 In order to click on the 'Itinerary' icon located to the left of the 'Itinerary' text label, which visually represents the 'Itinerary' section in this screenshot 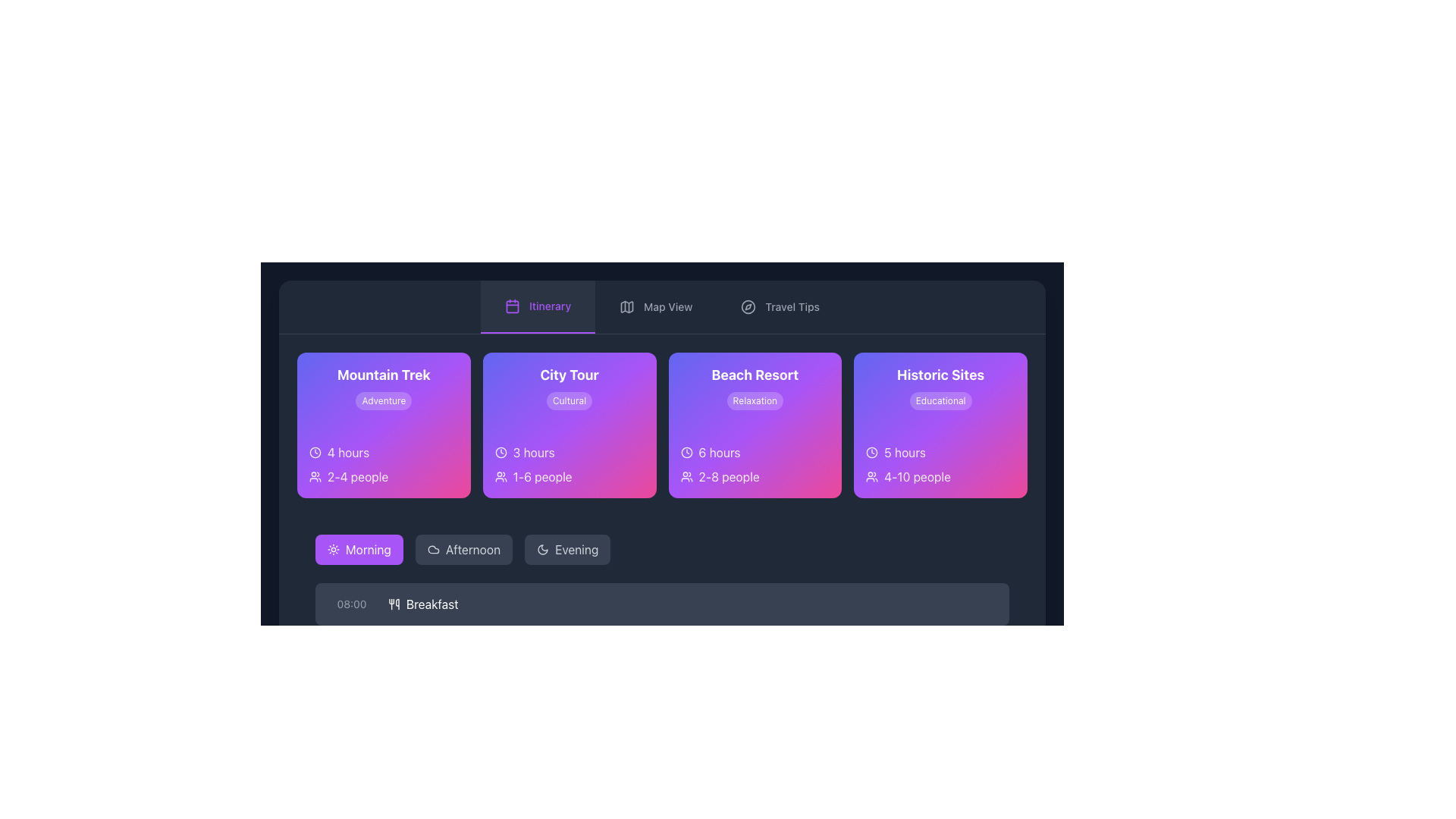, I will do `click(513, 306)`.